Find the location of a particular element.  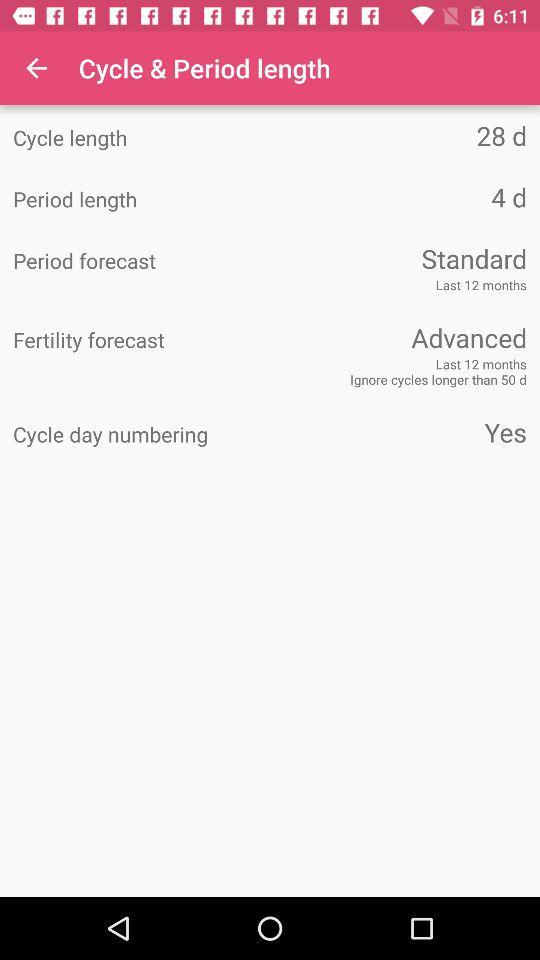

icon above the last 12 months icon is located at coordinates (140, 260).